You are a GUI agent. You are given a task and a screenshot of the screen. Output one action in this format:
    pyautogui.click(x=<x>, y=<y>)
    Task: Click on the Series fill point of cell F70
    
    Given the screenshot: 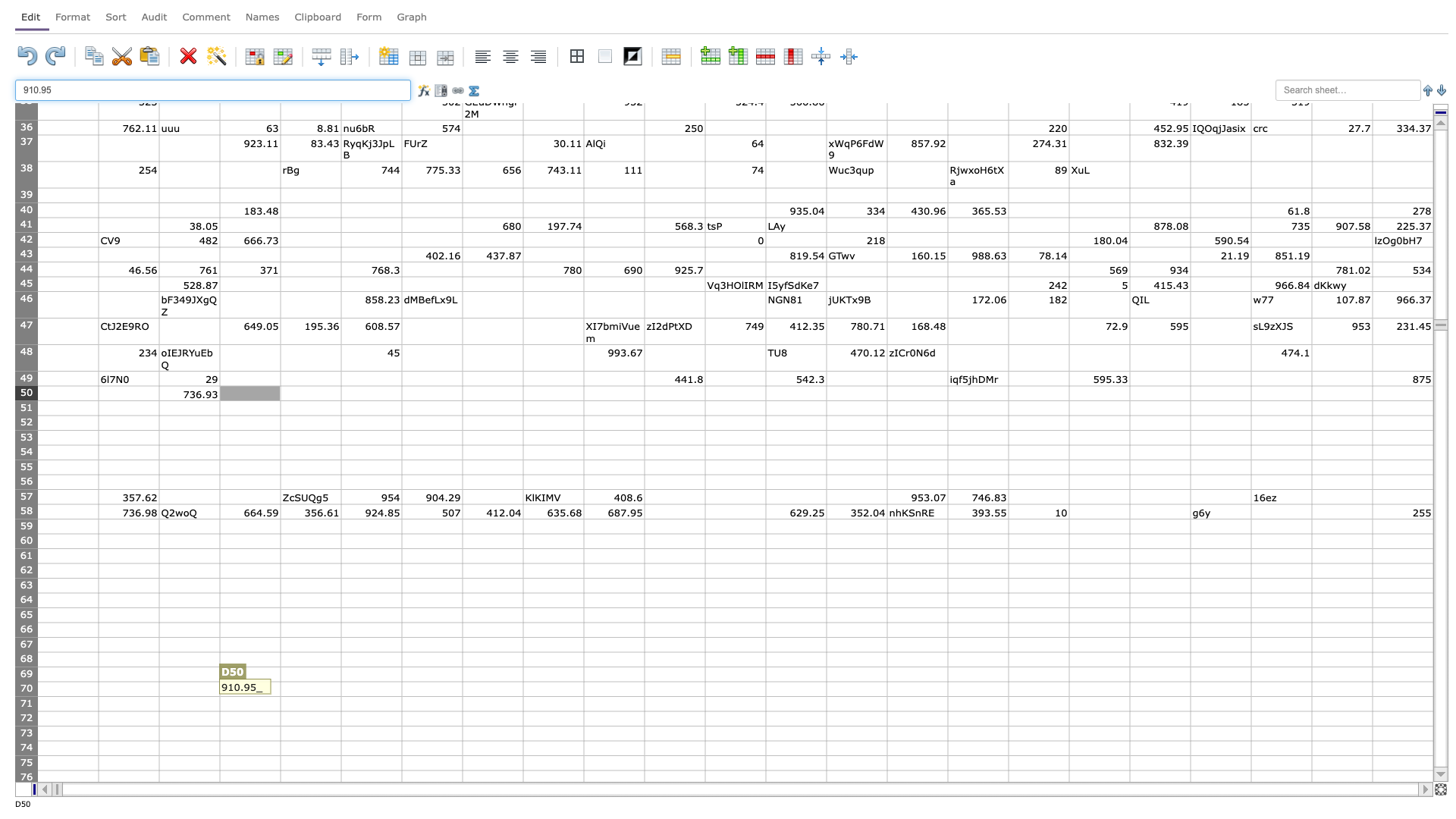 What is the action you would take?
    pyautogui.click(x=401, y=696)
    